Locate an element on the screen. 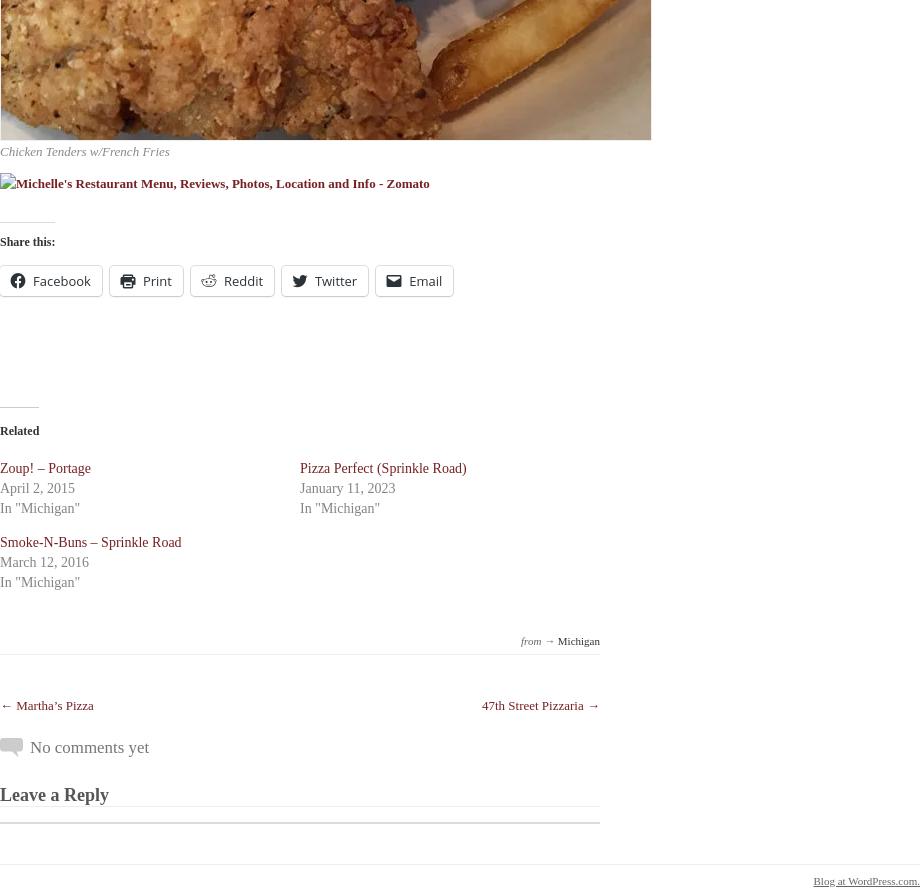 This screenshot has height=892, width=920. 'Share this:' is located at coordinates (27, 241).